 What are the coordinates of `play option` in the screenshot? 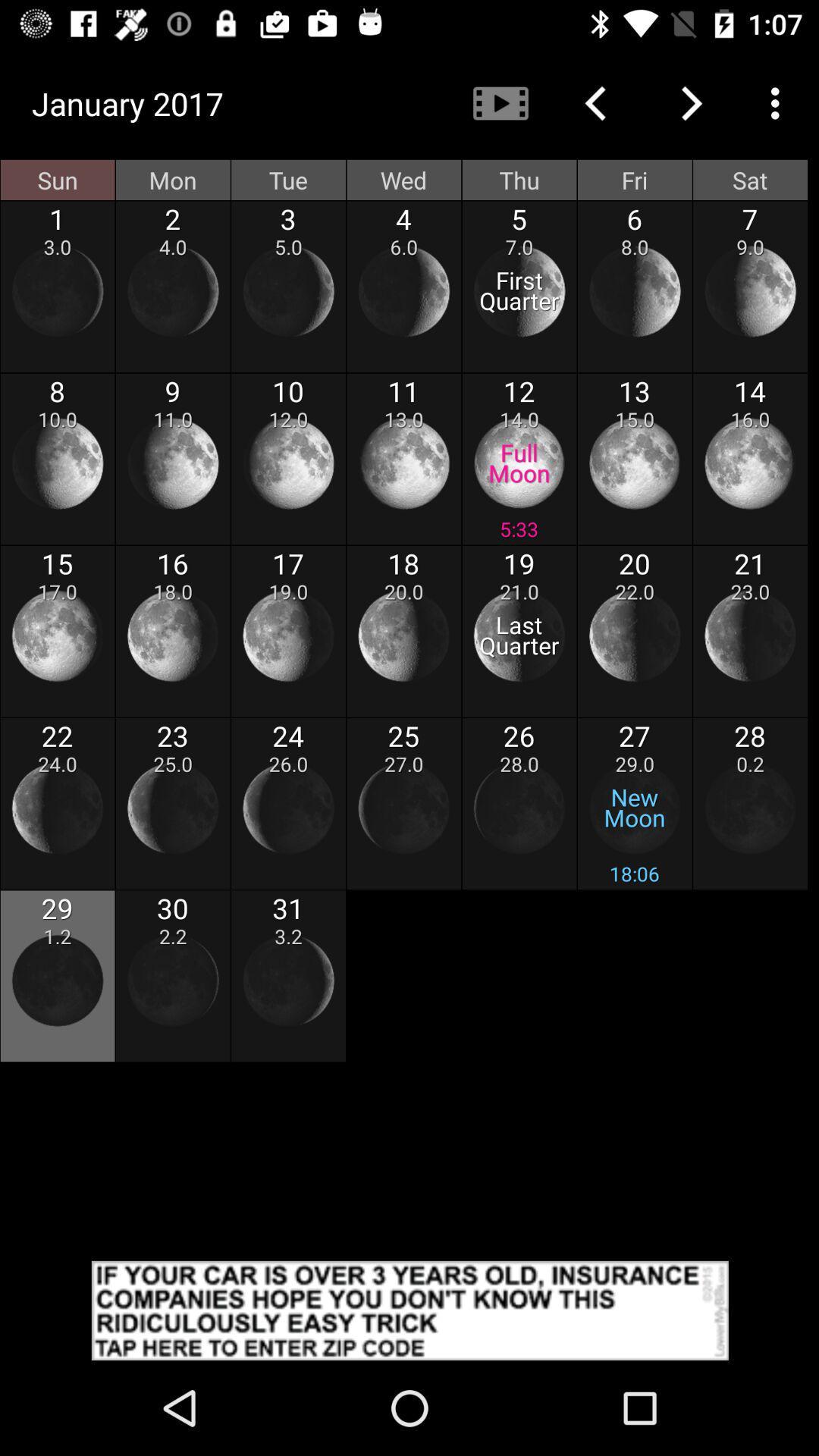 It's located at (500, 102).